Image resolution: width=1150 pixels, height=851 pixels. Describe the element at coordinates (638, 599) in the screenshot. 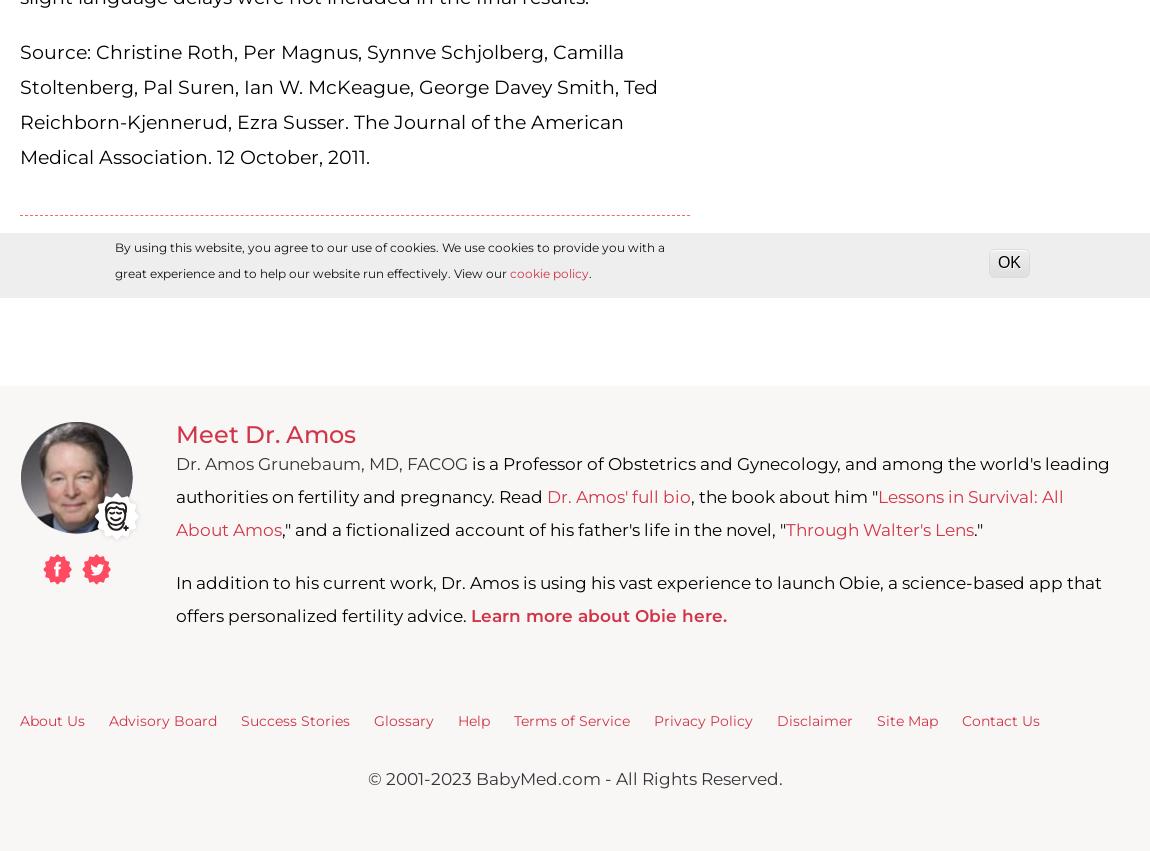

I see `'In addition to his current work, Dr. Amos is using his vast experience to launch Obie, a science-based app that offers personalized fertility advice.'` at that location.